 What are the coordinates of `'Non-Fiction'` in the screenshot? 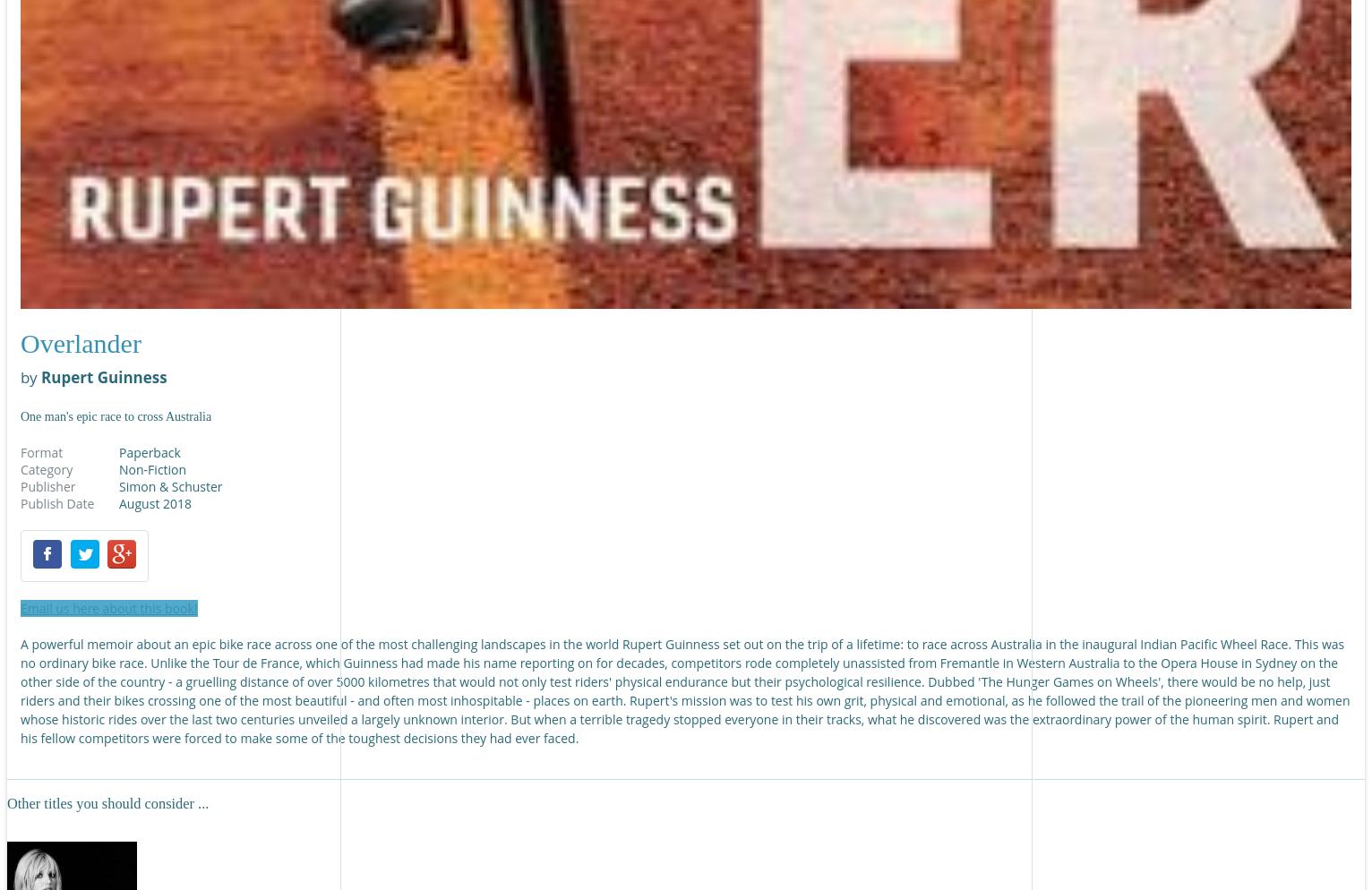 It's located at (151, 468).